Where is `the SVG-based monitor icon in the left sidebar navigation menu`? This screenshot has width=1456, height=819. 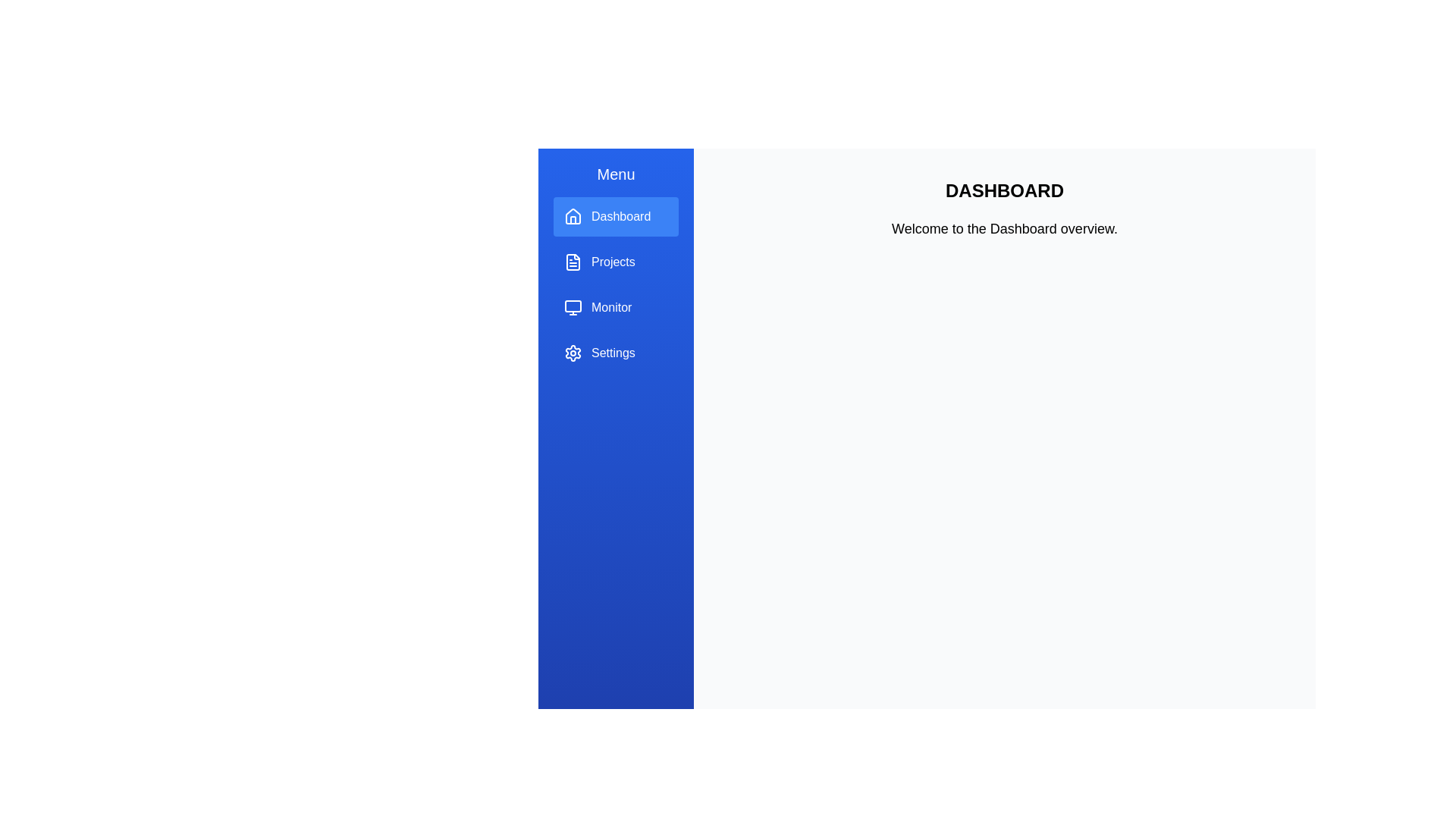 the SVG-based monitor icon in the left sidebar navigation menu is located at coordinates (572, 307).